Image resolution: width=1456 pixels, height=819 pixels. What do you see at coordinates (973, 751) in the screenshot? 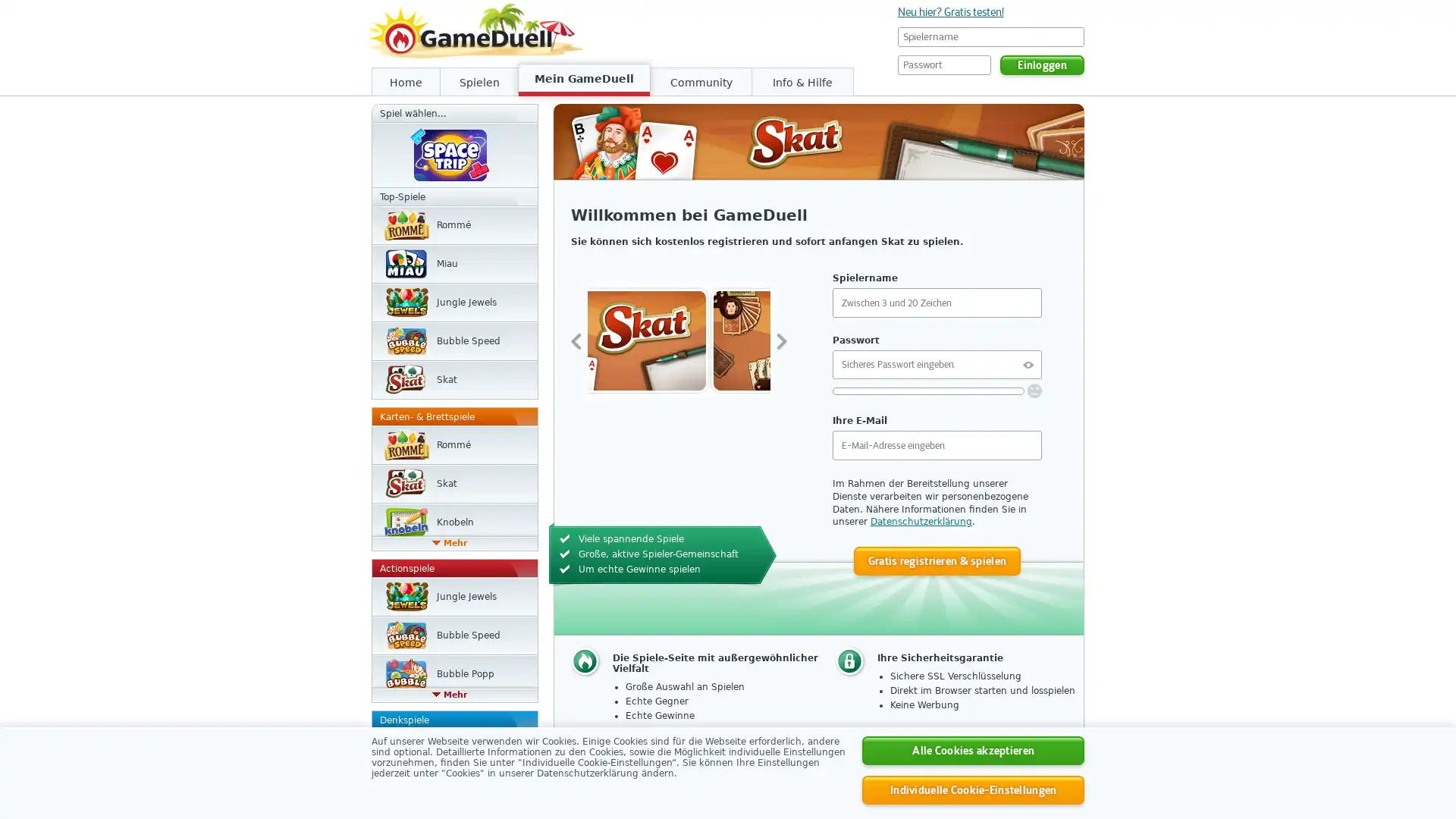
I see `Alle Cookies akzeptieren` at bounding box center [973, 751].